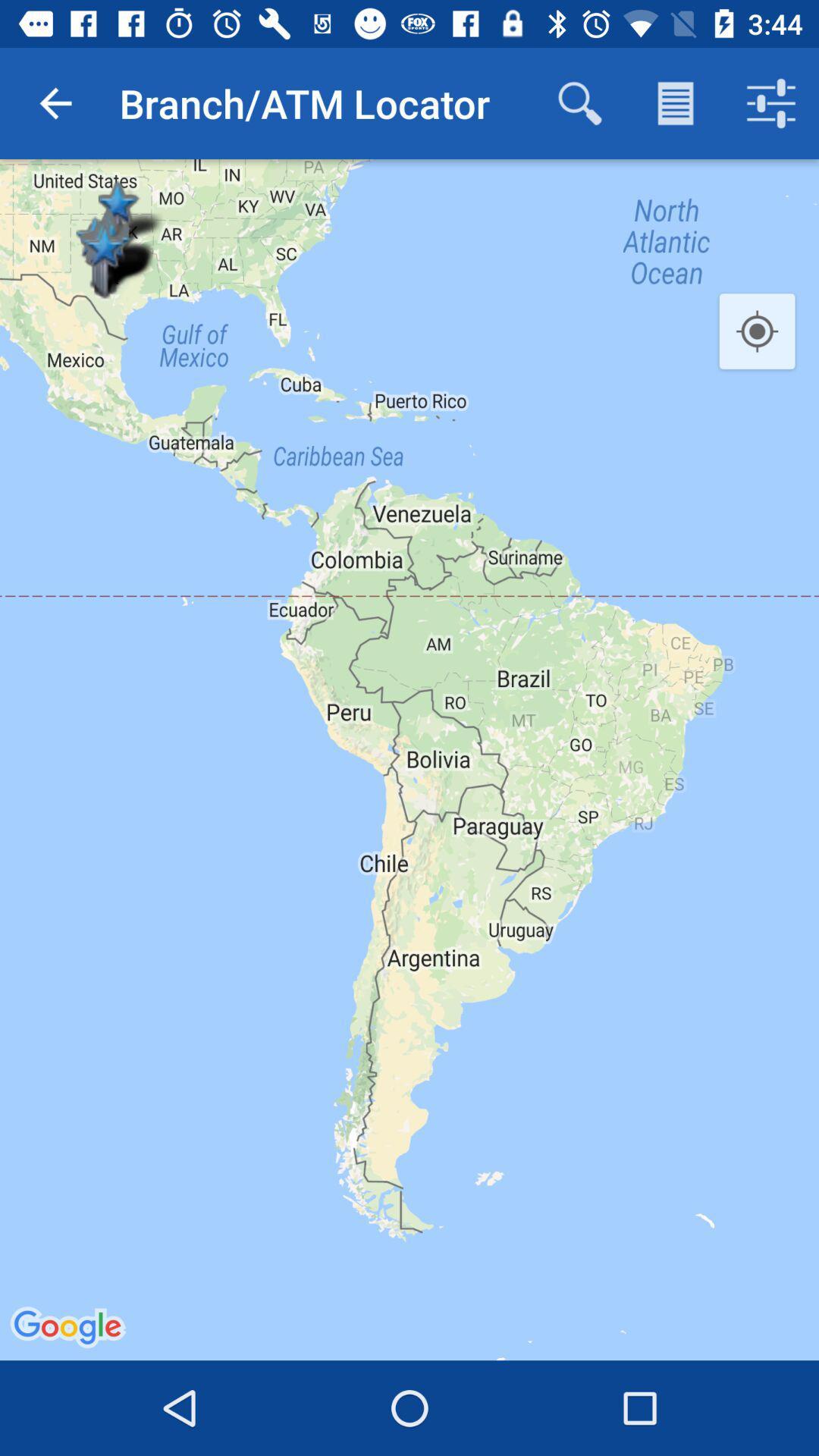 This screenshot has height=1456, width=819. What do you see at coordinates (55, 102) in the screenshot?
I see `the icon at the top left corner` at bounding box center [55, 102].